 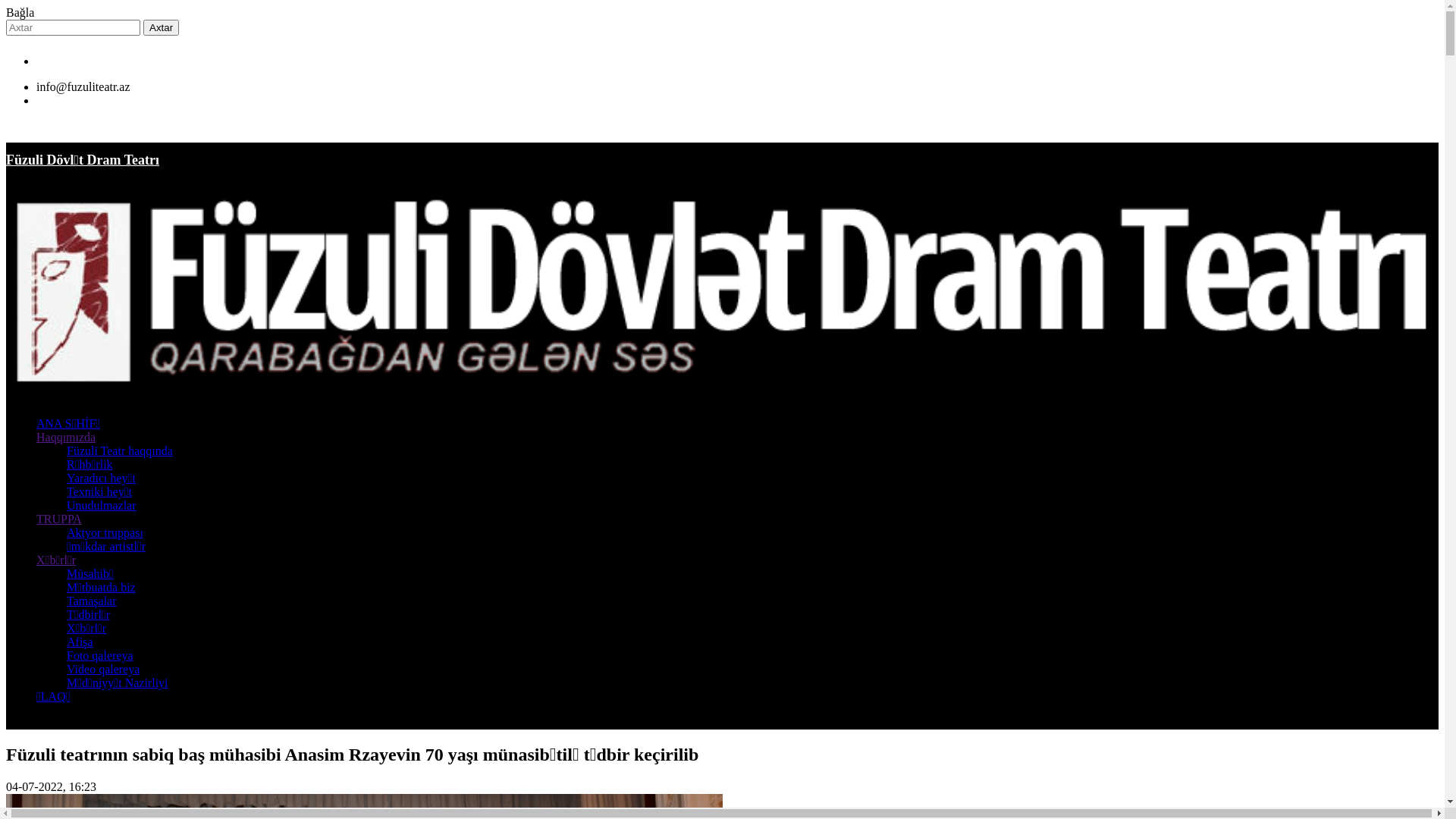 What do you see at coordinates (65, 654) in the screenshot?
I see `'Foto qalereya'` at bounding box center [65, 654].